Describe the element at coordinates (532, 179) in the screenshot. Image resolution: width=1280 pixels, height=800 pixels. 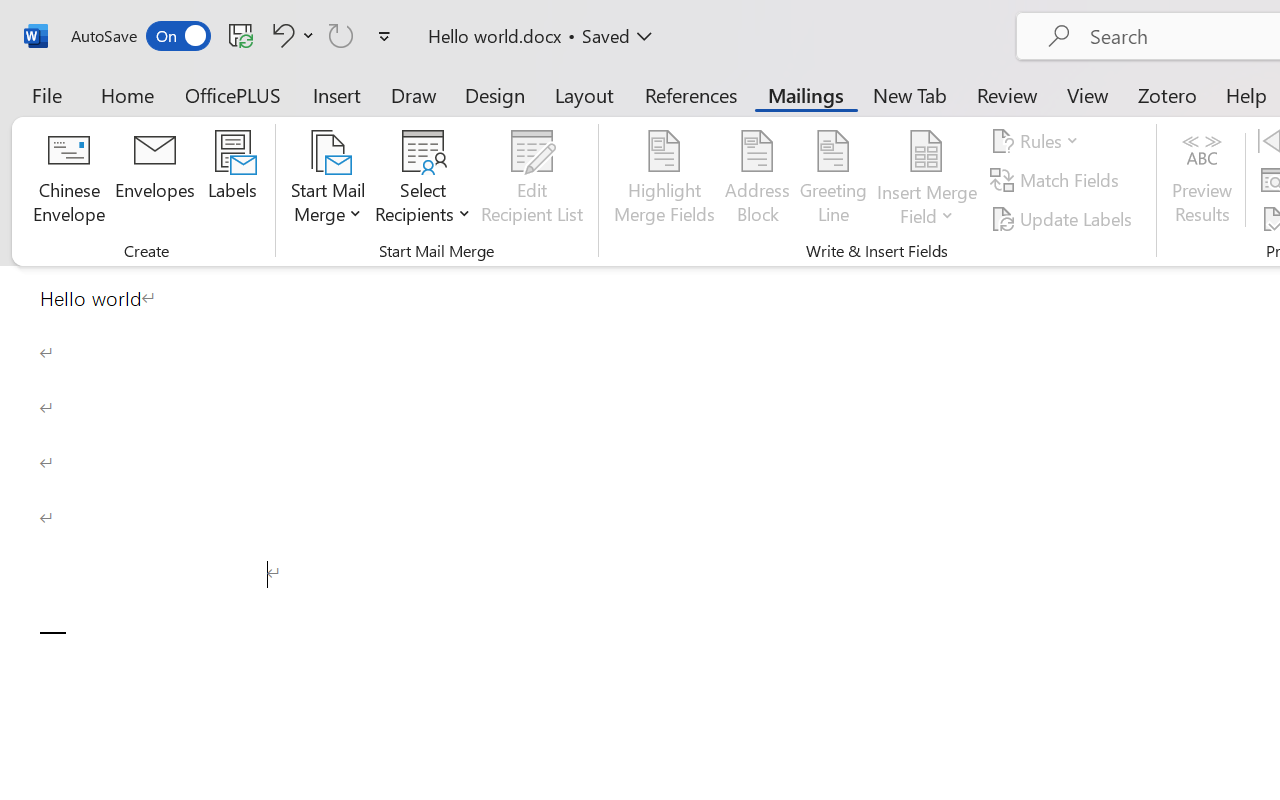
I see `'Edit Recipient List...'` at that location.